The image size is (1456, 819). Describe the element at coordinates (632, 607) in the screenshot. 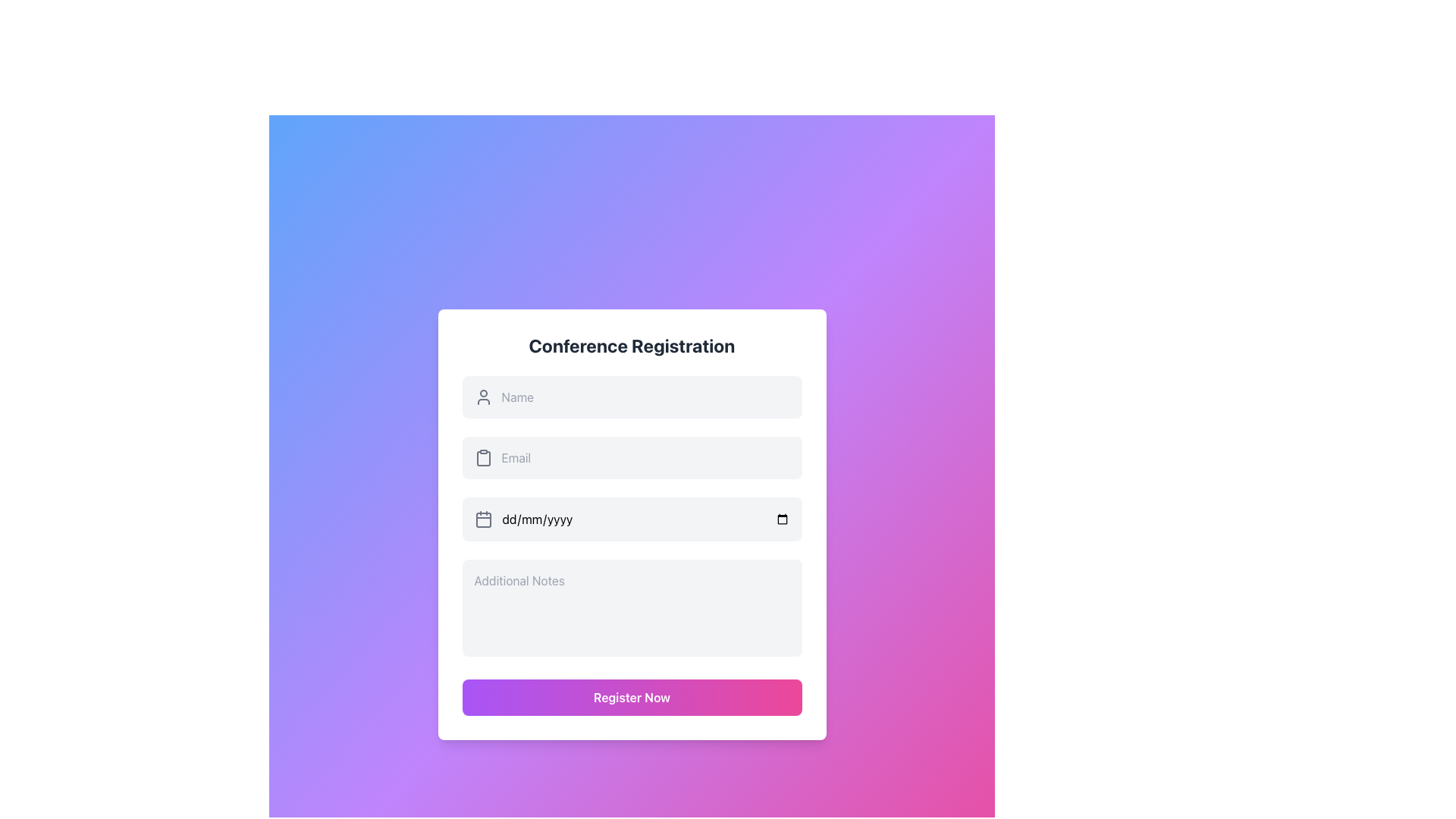

I see `the text within the light-gray text area input field labeled 'Additional Notes', which is the fourth field in the Conference Registration form` at that location.